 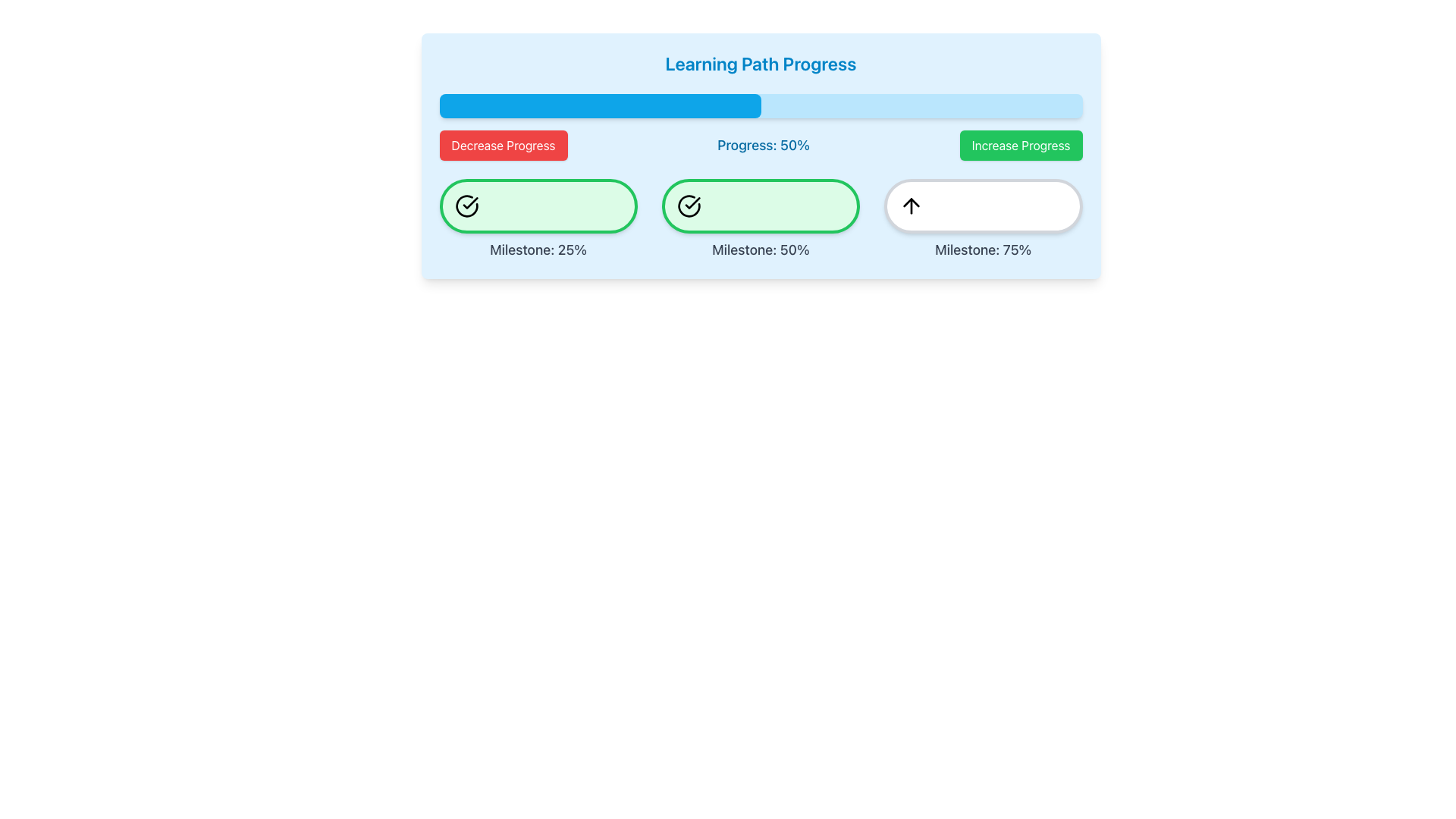 What do you see at coordinates (983, 249) in the screenshot?
I see `text from the progress milestone value displayed in the text label, which is centered below a bordered white circular area containing an upward arrow` at bounding box center [983, 249].